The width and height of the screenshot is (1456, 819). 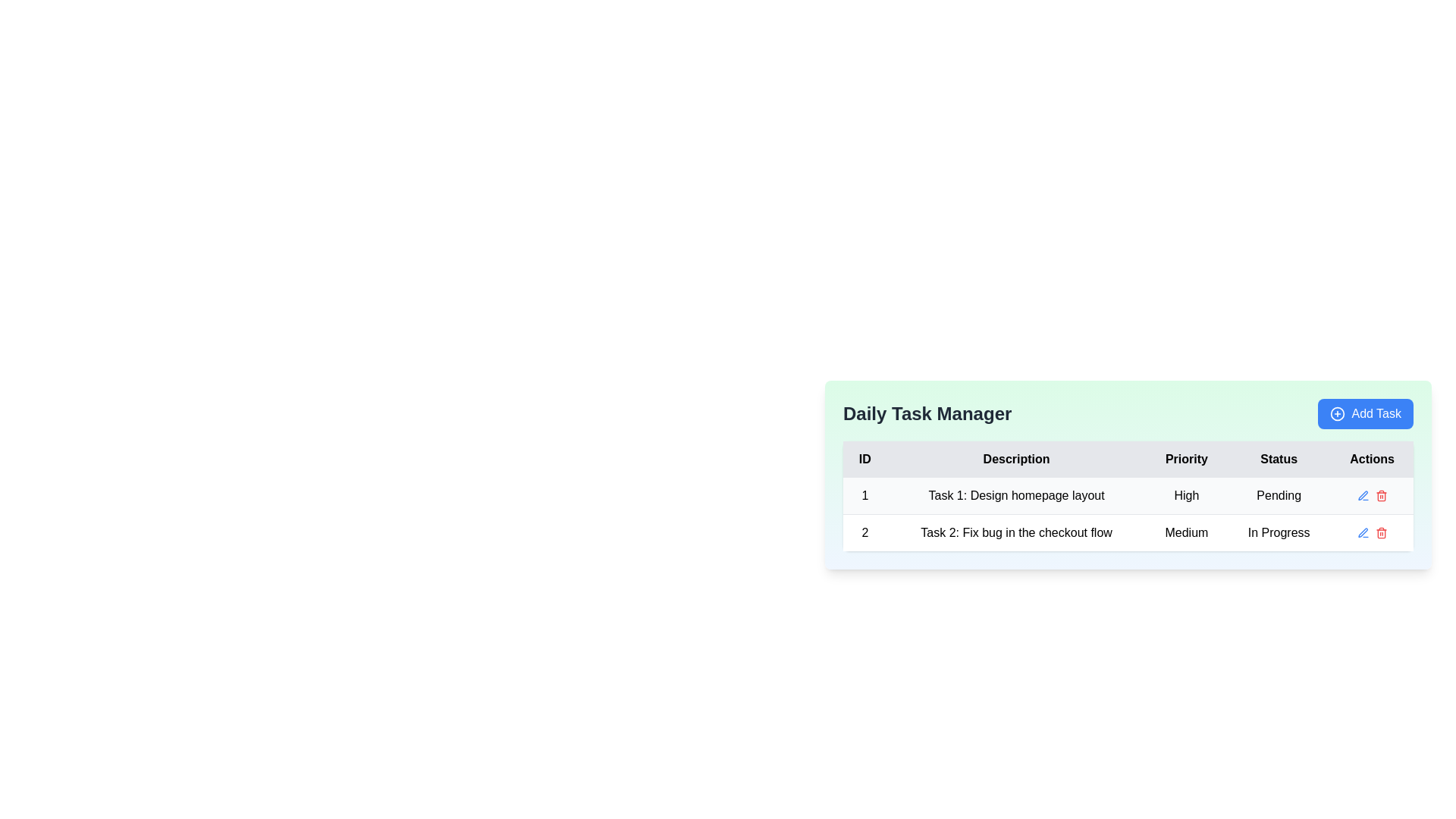 I want to click on the circular '+' icon outlined in white, located on the blue background before the 'Add Task' text in the Daily Task Manager interface to invoke the add task action, so click(x=1338, y=414).